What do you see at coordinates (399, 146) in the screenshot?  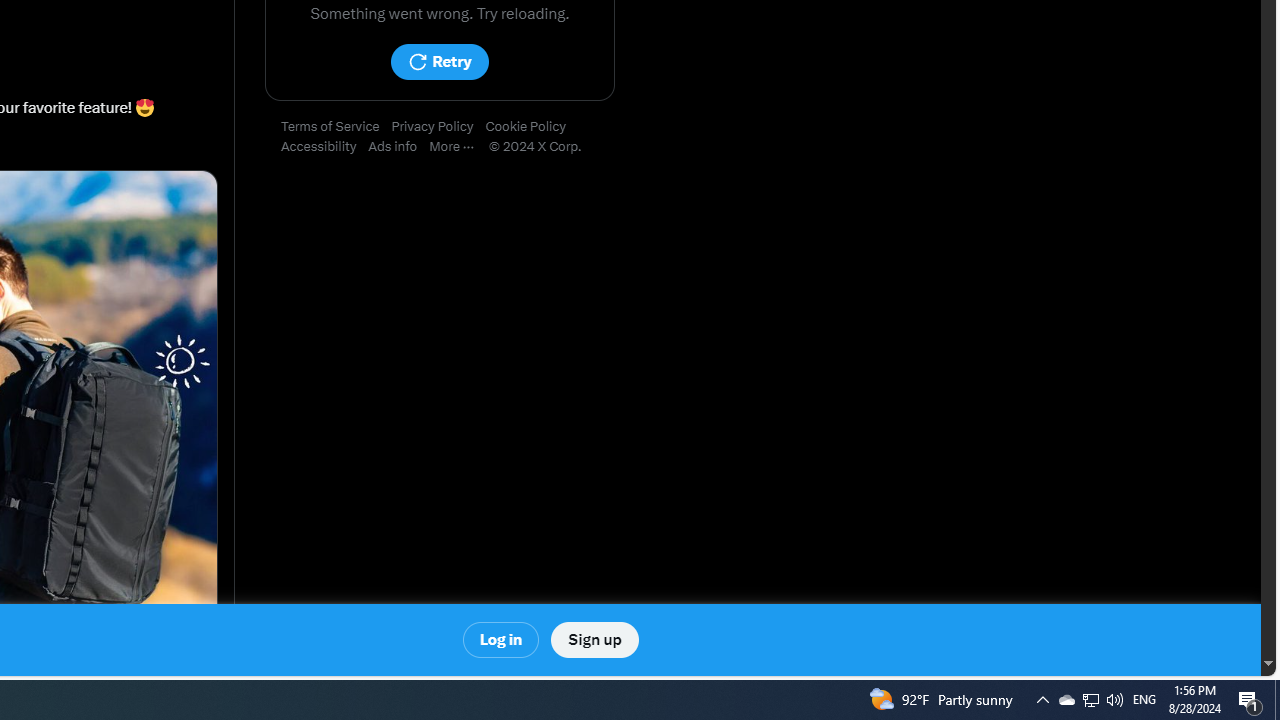 I see `'Ads info'` at bounding box center [399, 146].